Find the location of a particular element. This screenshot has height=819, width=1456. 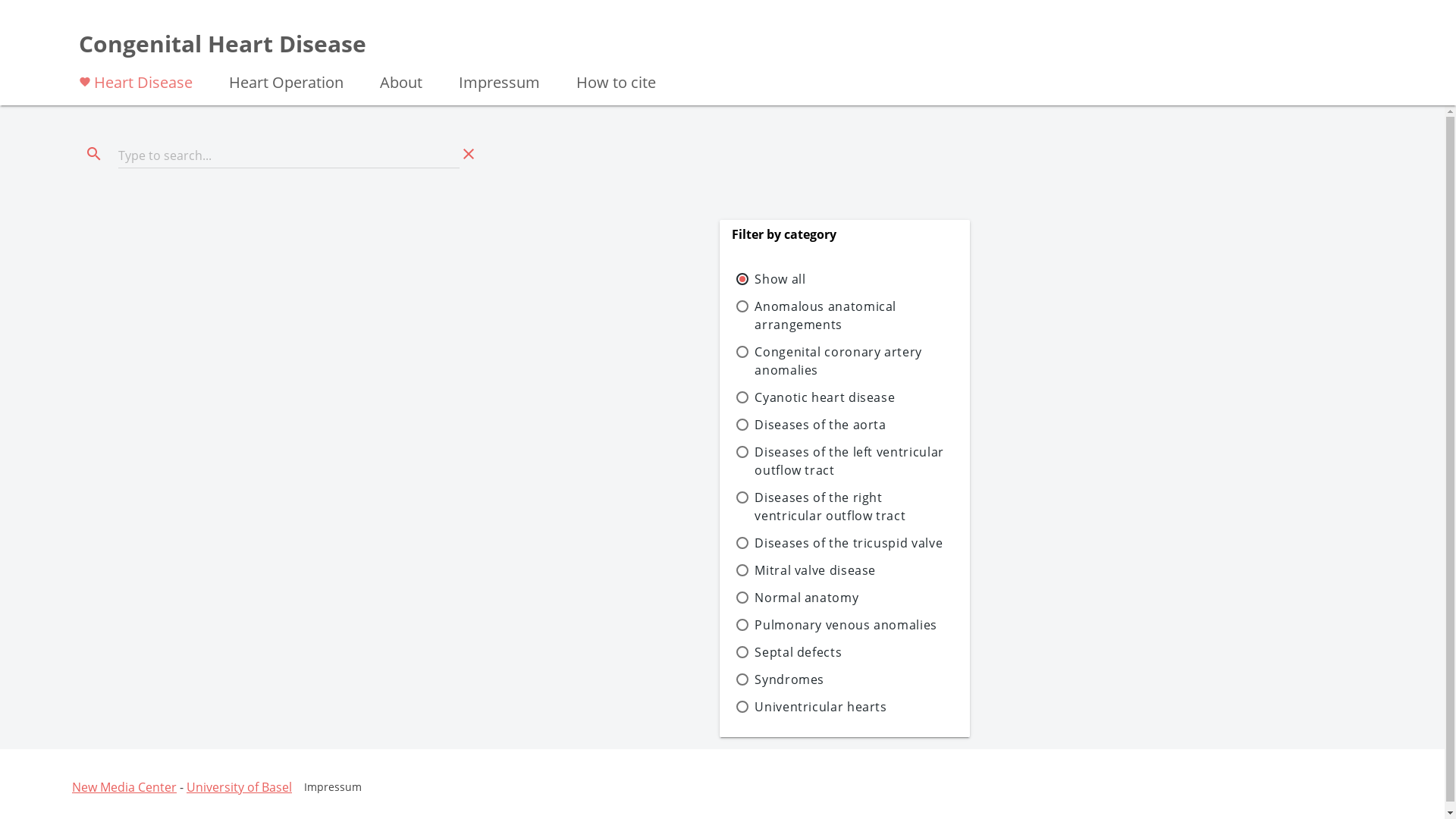

'Impressum' is located at coordinates (331, 786).